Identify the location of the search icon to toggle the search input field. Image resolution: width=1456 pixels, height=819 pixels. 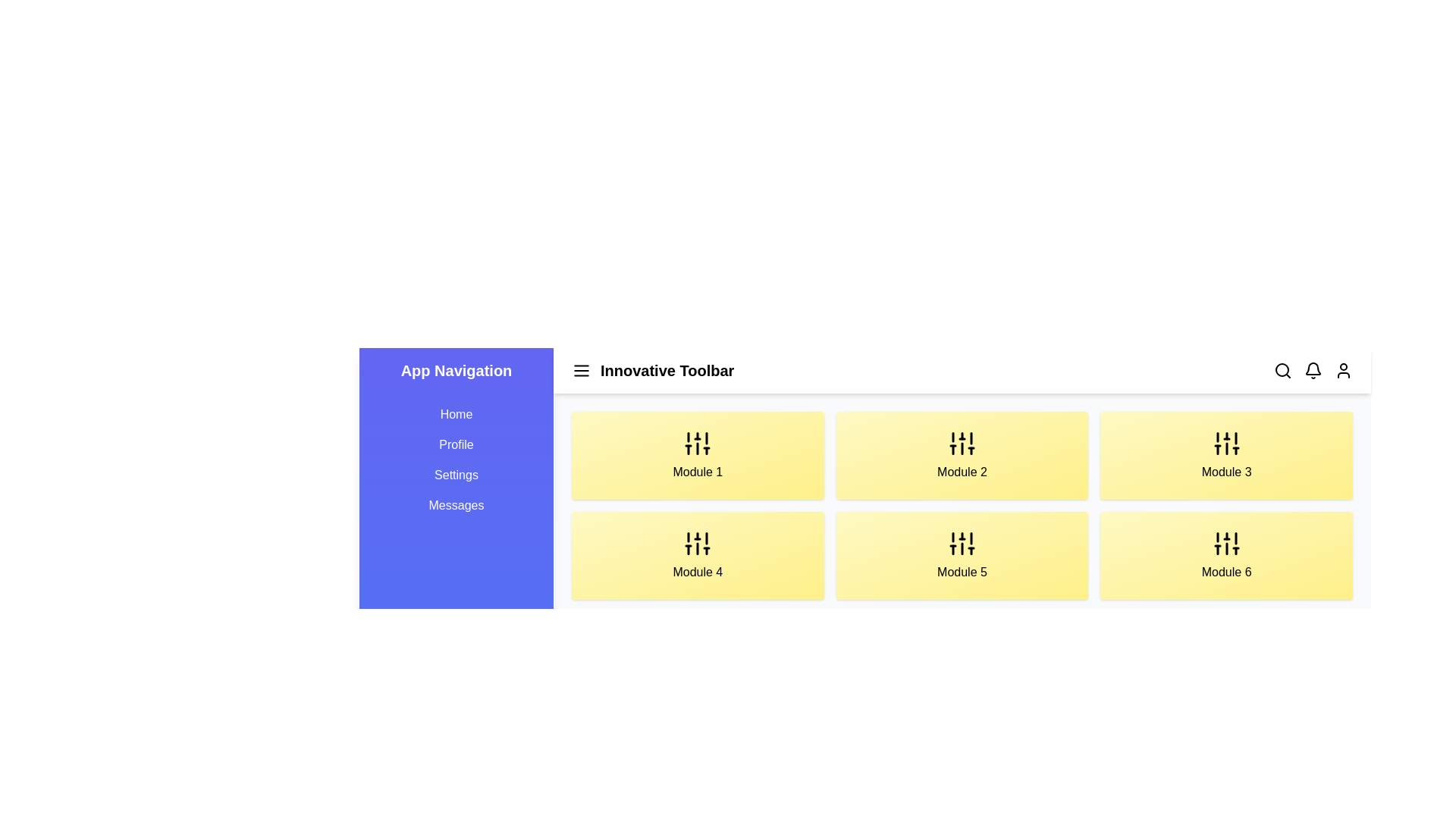
(1282, 371).